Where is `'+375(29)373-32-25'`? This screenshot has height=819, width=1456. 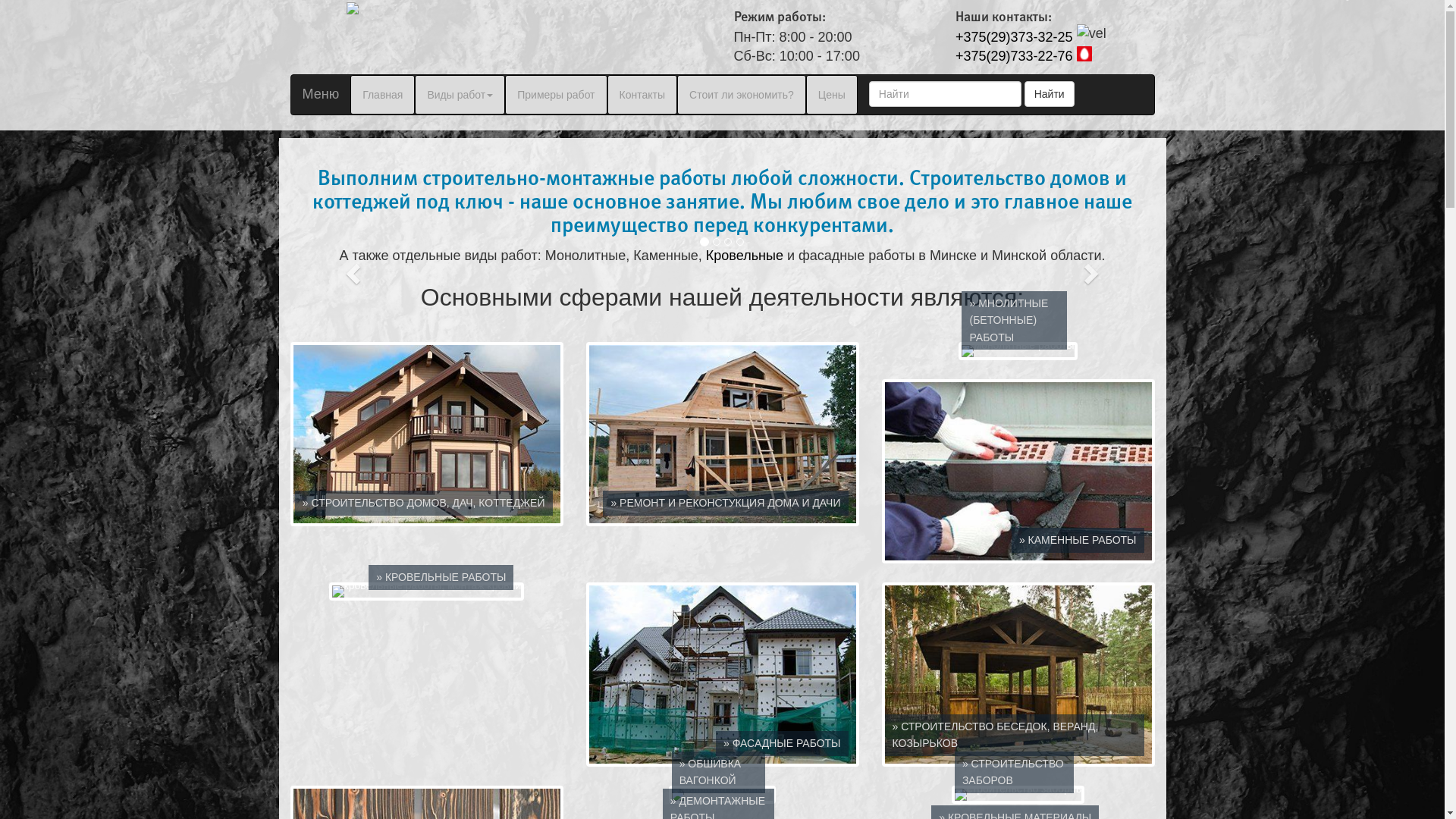
'+375(29)373-32-25' is located at coordinates (1014, 36).